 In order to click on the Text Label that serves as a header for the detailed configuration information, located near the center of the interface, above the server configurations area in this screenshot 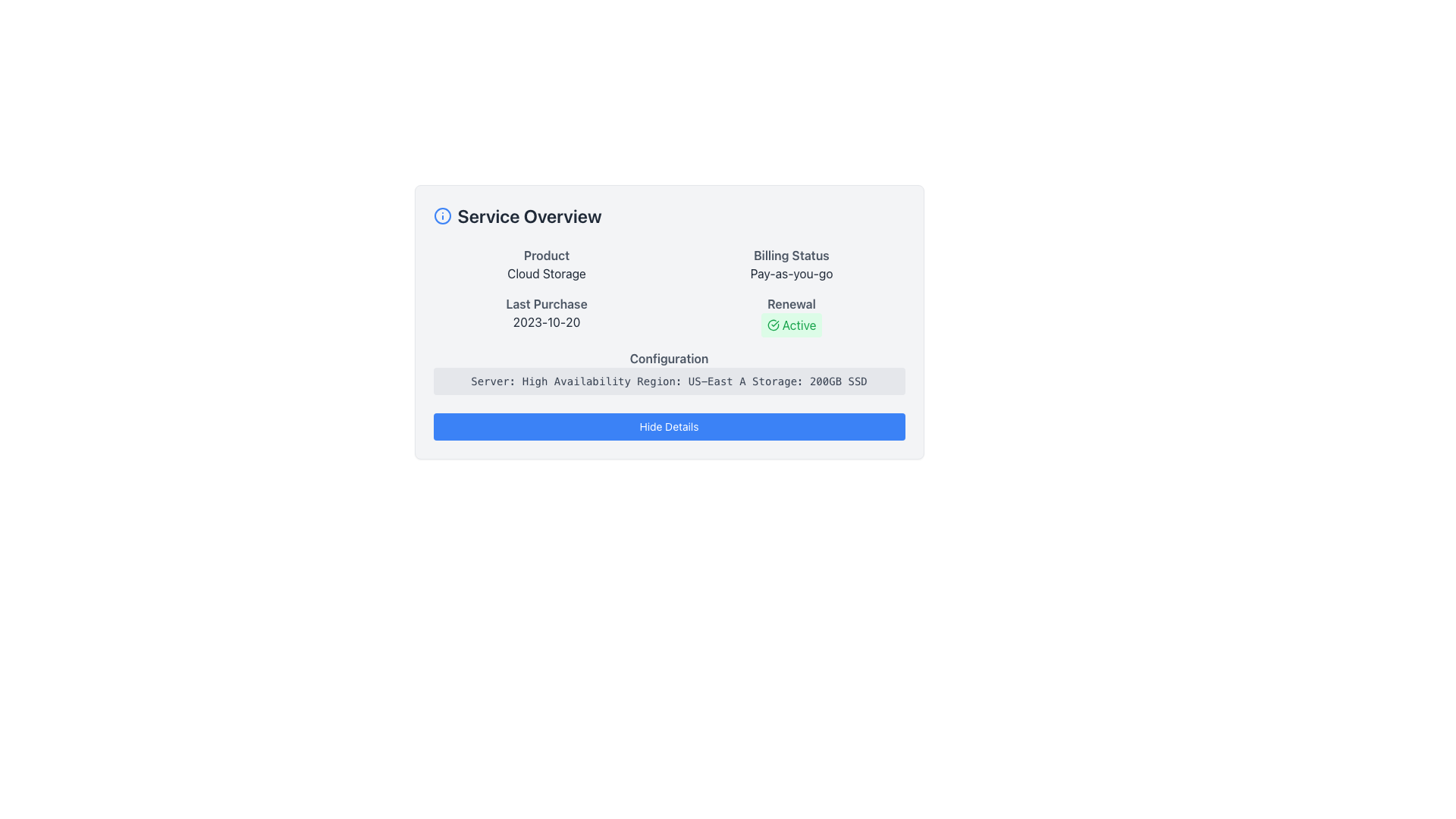, I will do `click(668, 359)`.